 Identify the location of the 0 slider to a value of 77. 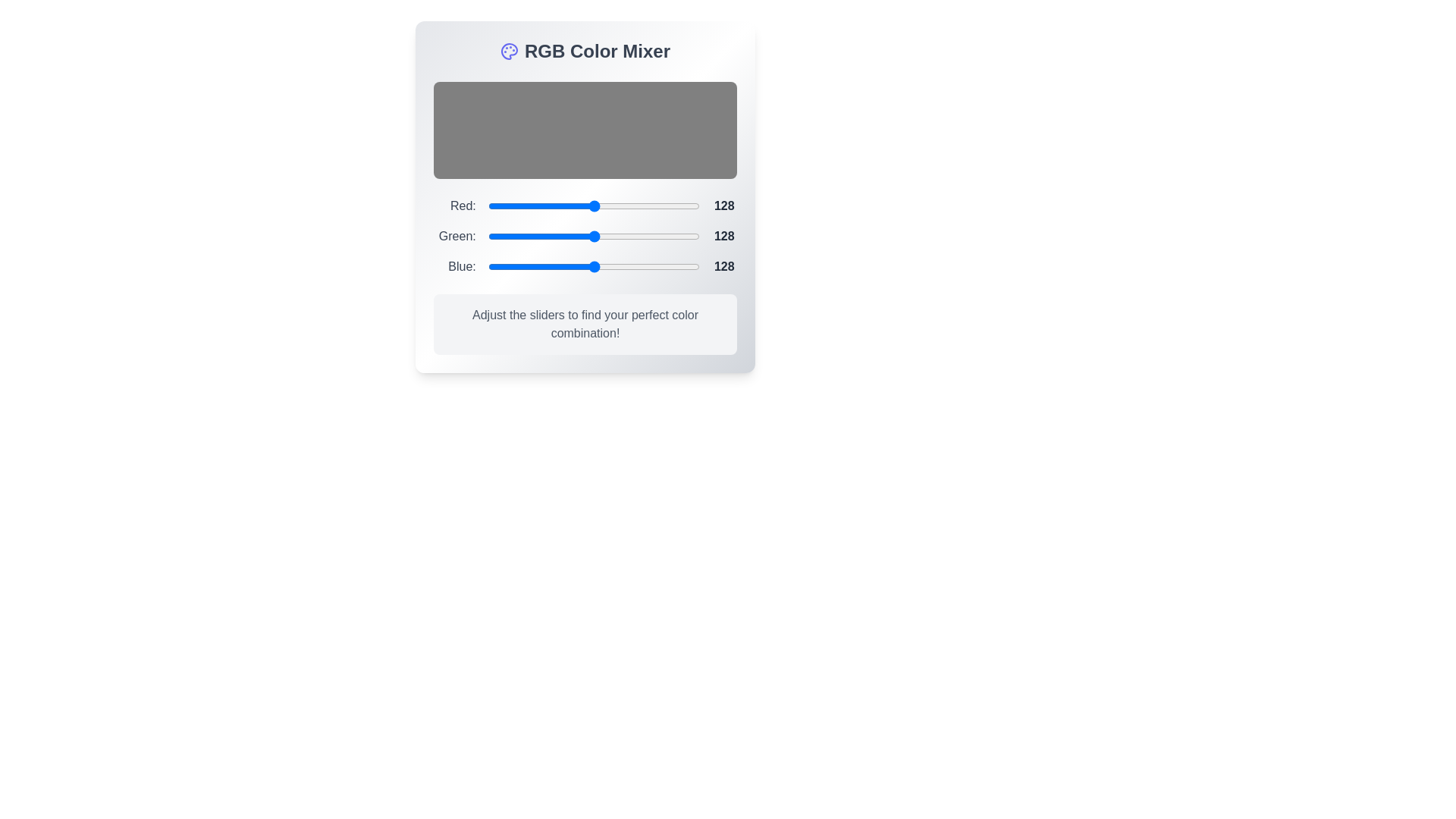
(626, 206).